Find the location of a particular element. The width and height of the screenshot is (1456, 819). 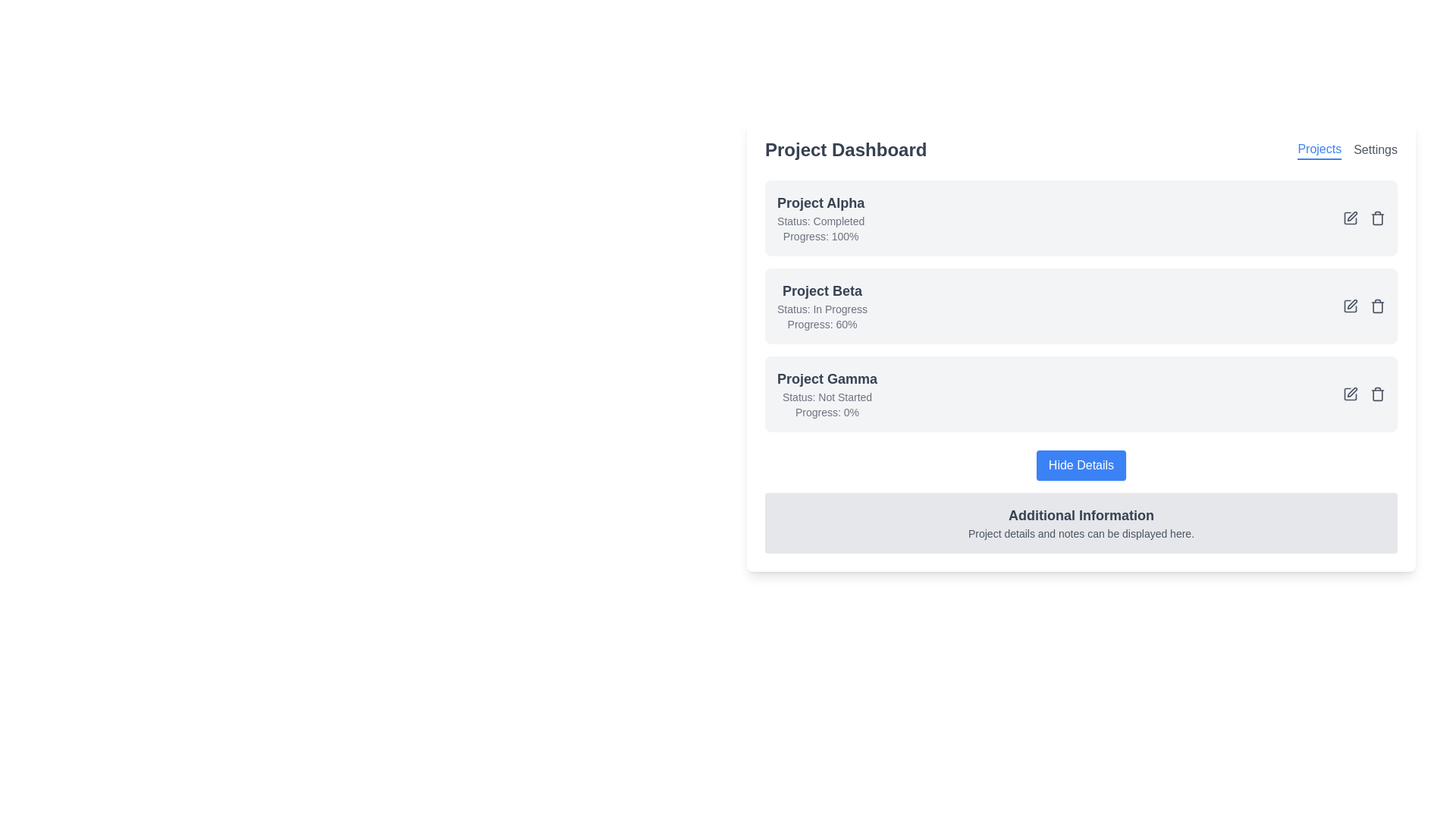

the static text label that says 'Project details and notes can be displayed here.' located below the heading 'Additional Information.' is located at coordinates (1080, 533).